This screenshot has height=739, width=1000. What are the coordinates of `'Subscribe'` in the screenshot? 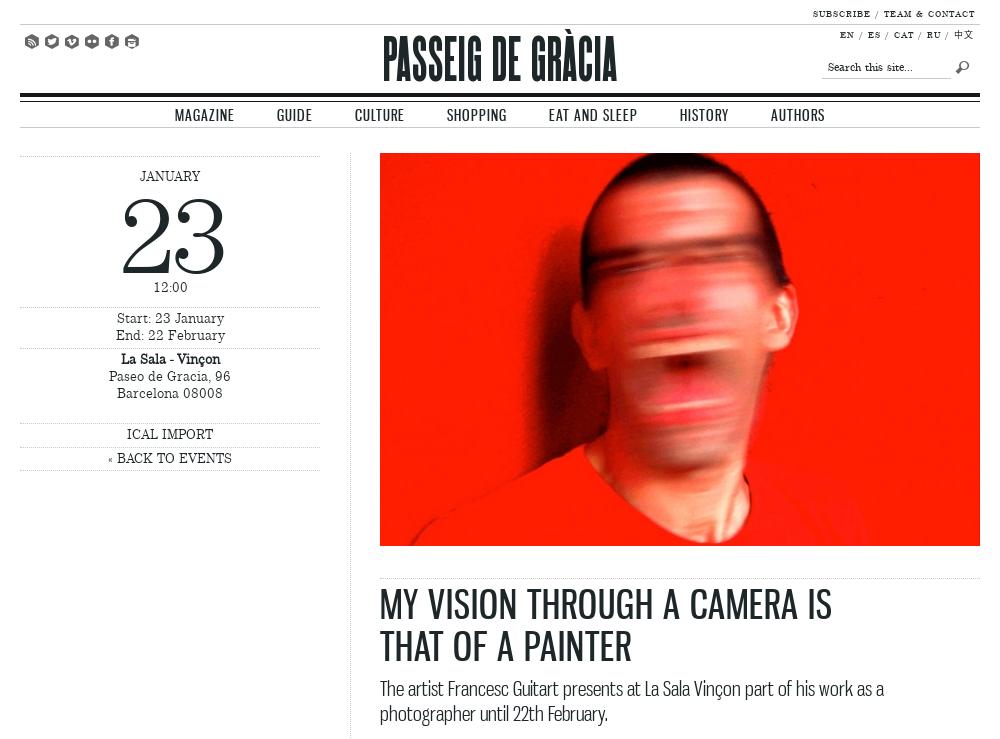 It's located at (841, 12).